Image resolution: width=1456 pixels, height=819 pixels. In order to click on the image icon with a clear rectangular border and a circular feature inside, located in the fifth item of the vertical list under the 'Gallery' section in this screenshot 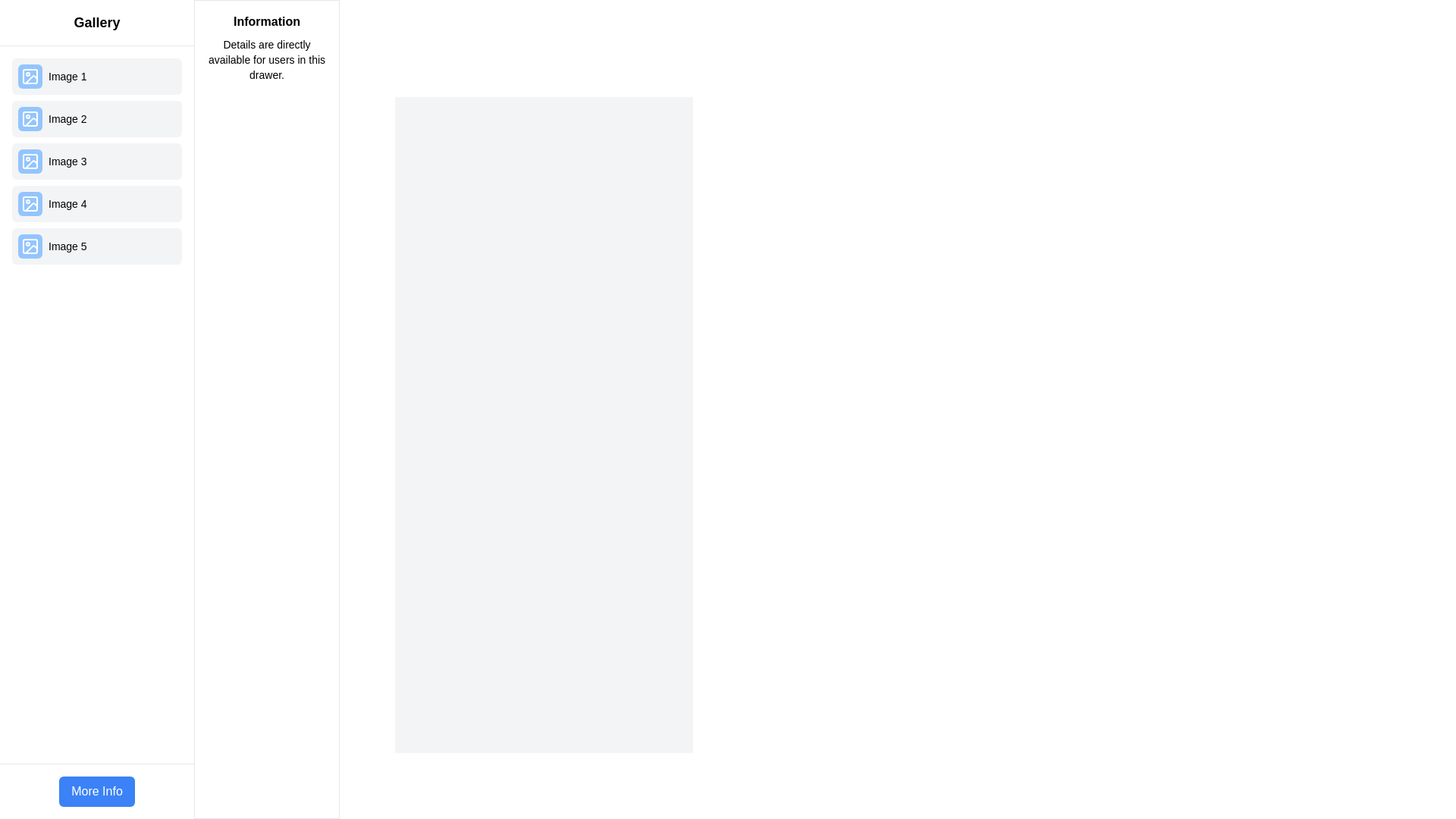, I will do `click(30, 245)`.